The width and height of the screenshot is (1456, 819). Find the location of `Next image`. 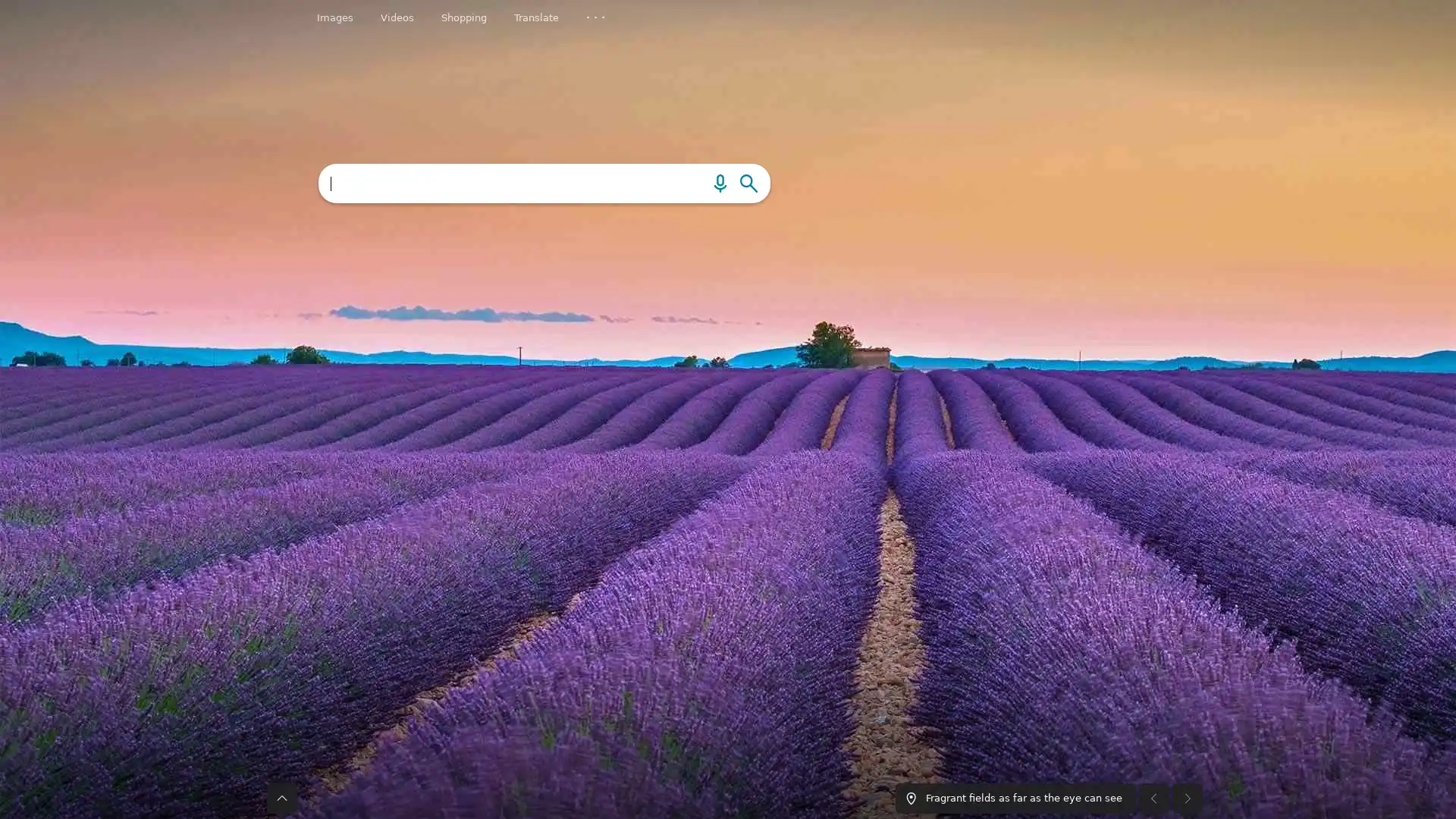

Next image is located at coordinates (1186, 590).